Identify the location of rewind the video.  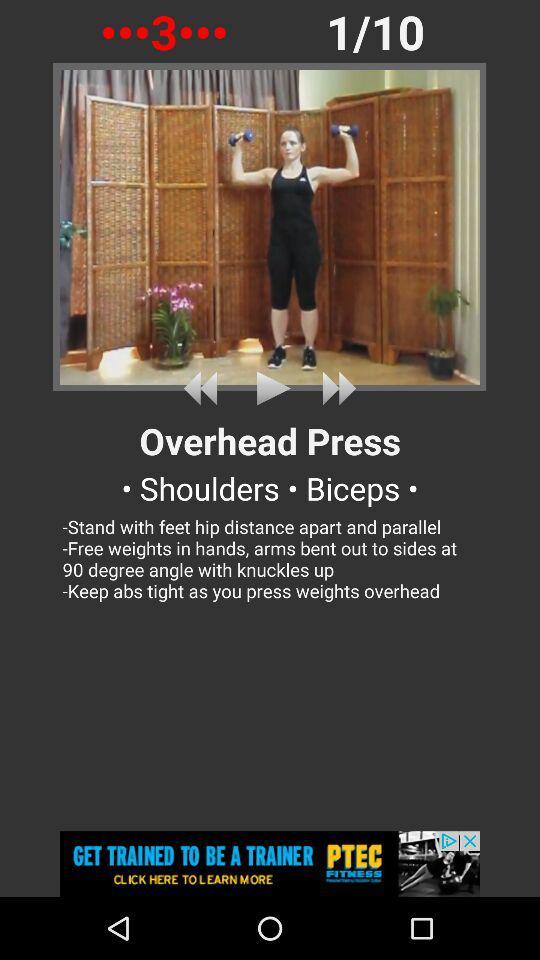
(203, 387).